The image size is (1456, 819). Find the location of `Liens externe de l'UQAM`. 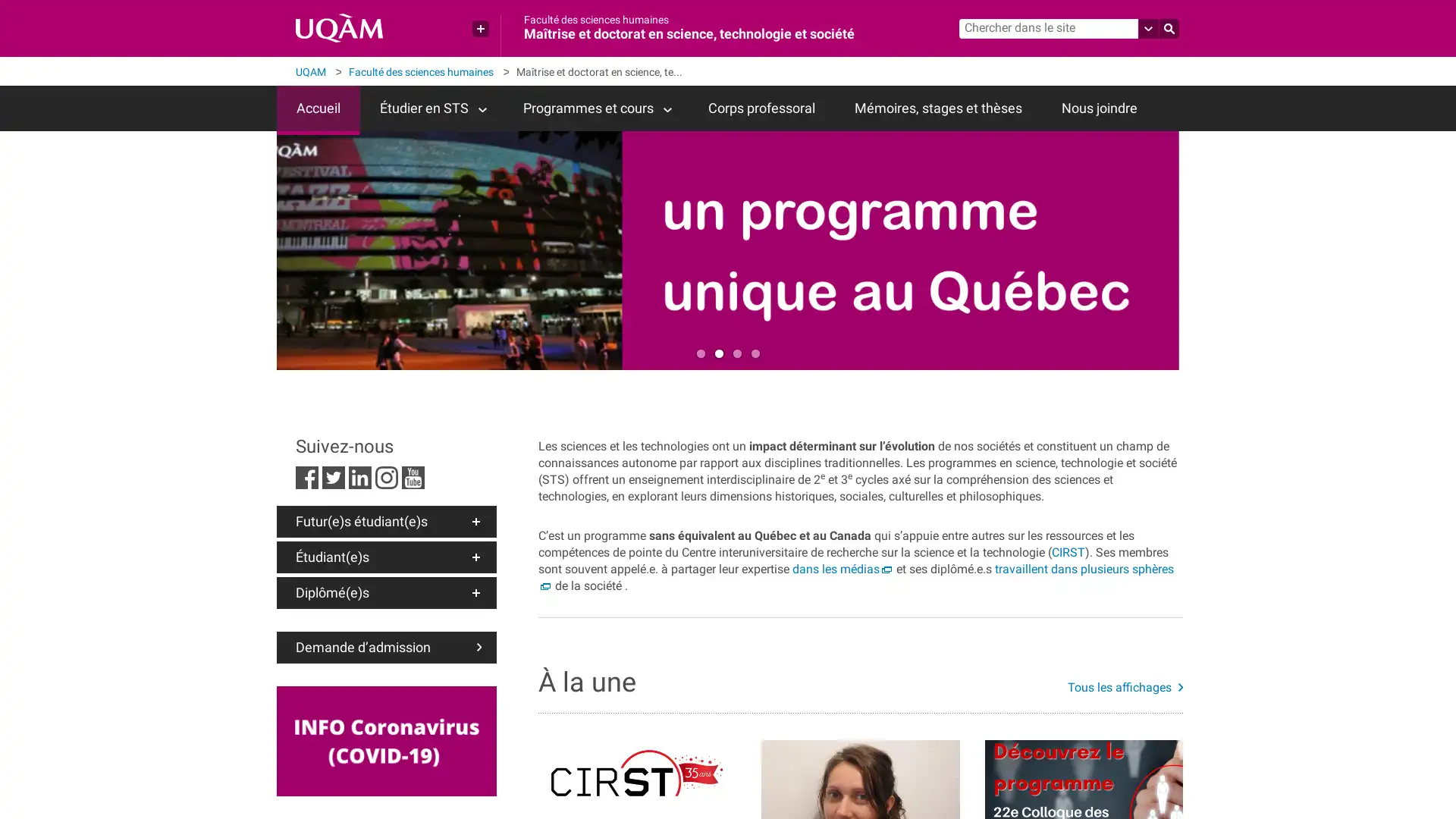

Liens externe de l'UQAM is located at coordinates (479, 29).